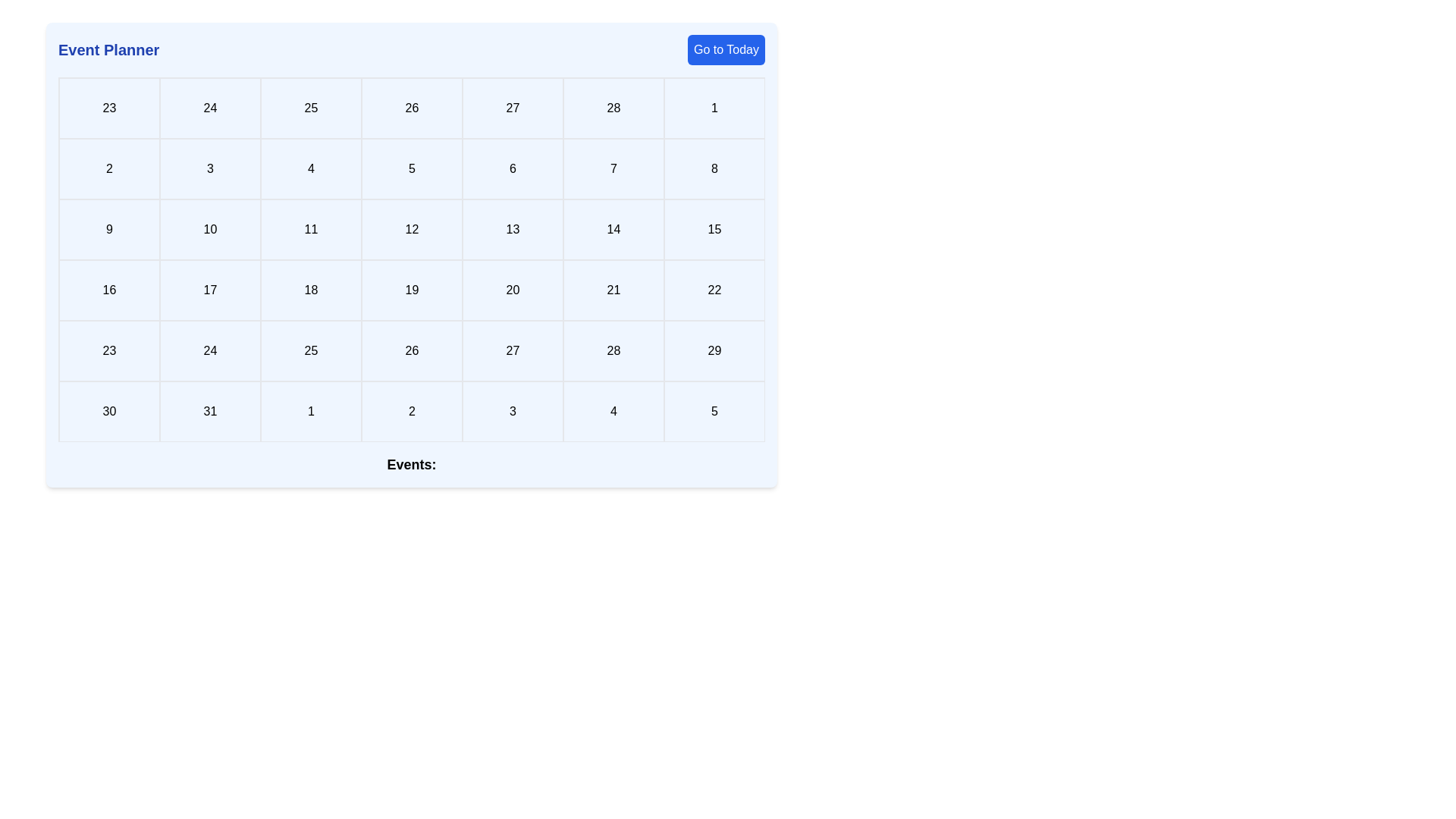 This screenshot has height=819, width=1456. Describe the element at coordinates (209, 350) in the screenshot. I see `the text box displaying the number '24' with a light blue background, located in the fourth row, second column of the grid layout` at that location.